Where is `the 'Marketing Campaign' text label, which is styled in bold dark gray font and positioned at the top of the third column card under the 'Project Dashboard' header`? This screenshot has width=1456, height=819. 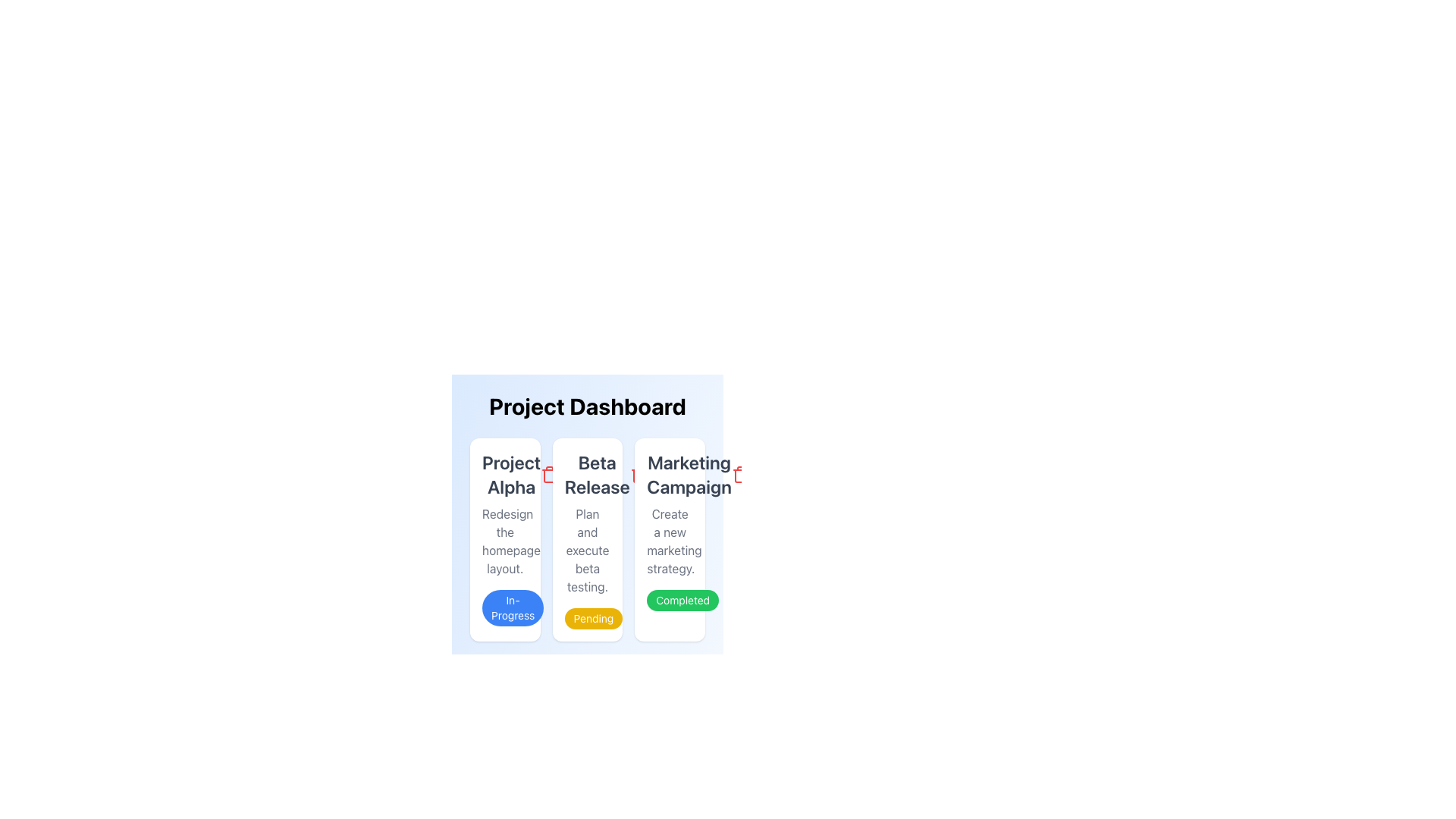 the 'Marketing Campaign' text label, which is styled in bold dark gray font and positioned at the top of the third column card under the 'Project Dashboard' header is located at coordinates (689, 473).